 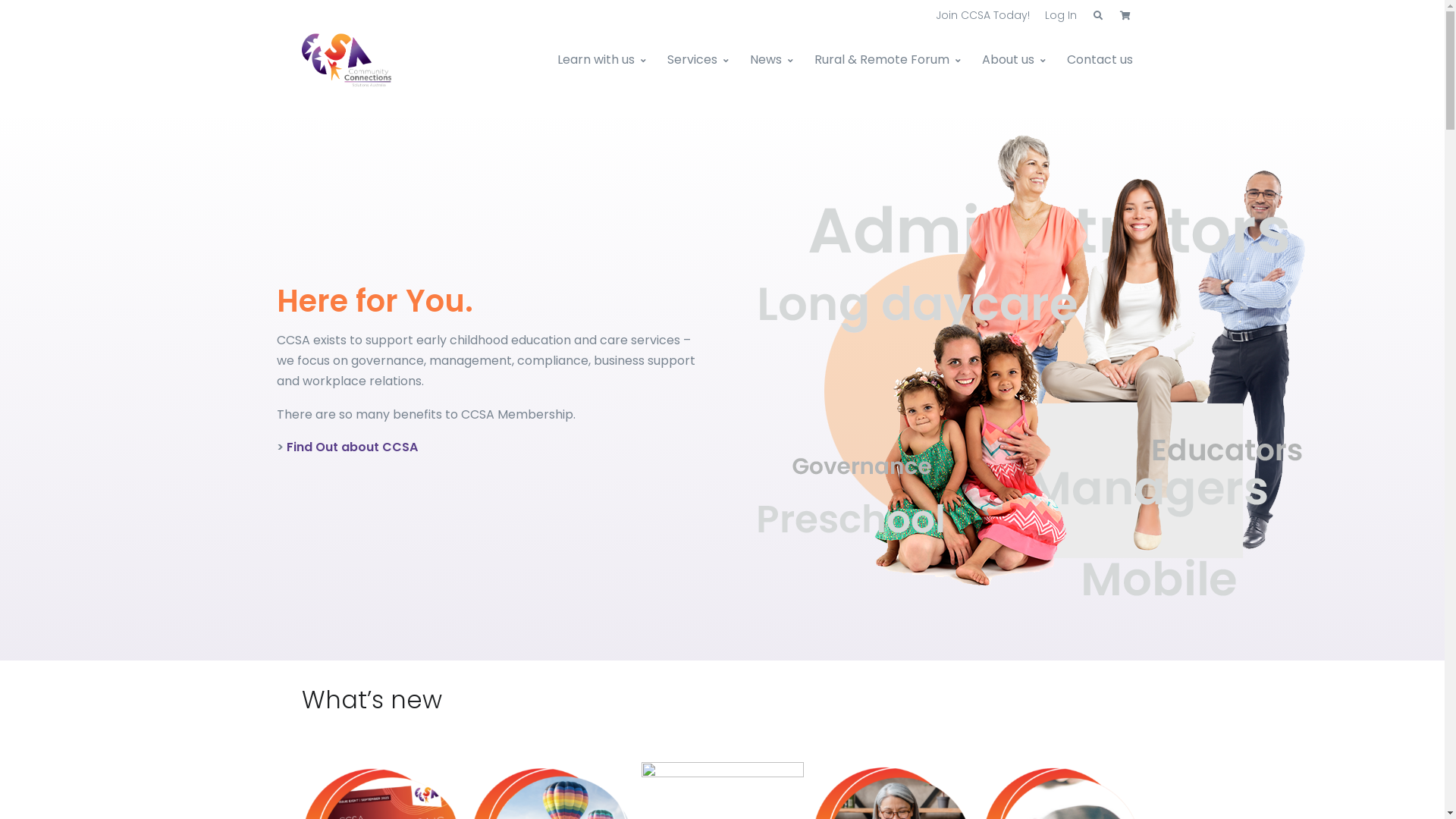 I want to click on 'Rural & Remote Forum', so click(x=887, y=58).